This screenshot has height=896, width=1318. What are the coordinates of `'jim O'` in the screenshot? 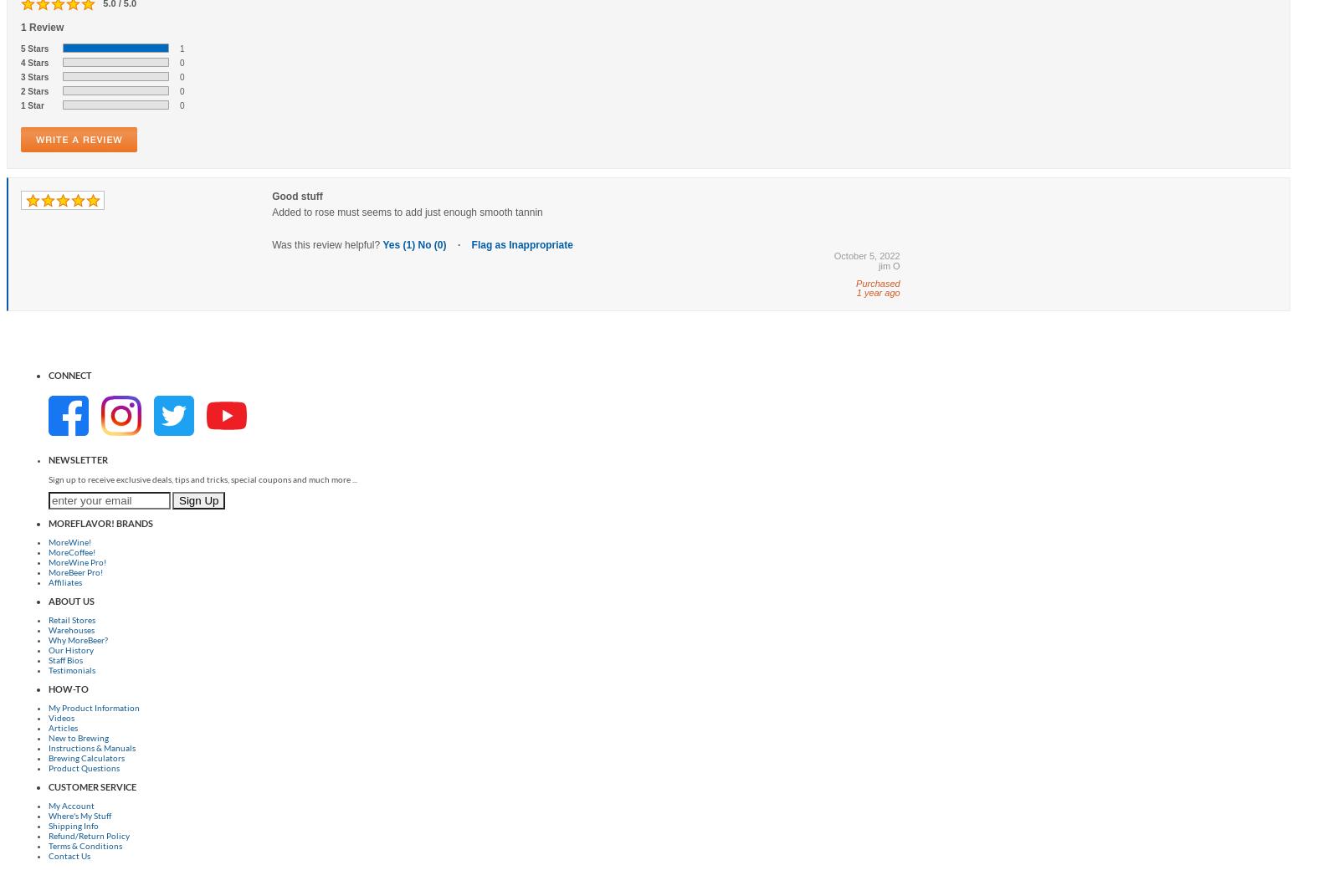 It's located at (889, 264).